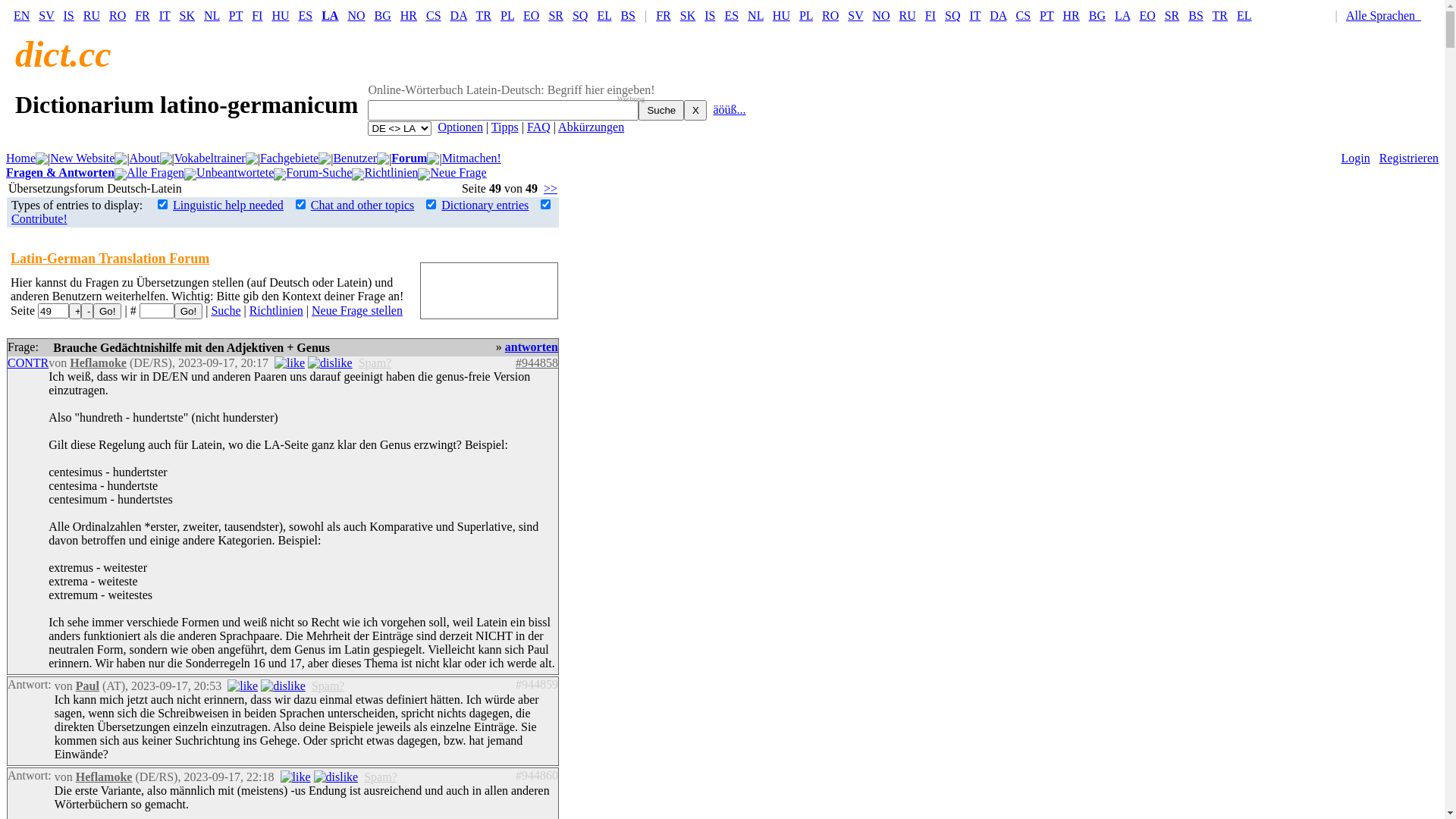  Describe the element at coordinates (46, 15) in the screenshot. I see `'SV'` at that location.